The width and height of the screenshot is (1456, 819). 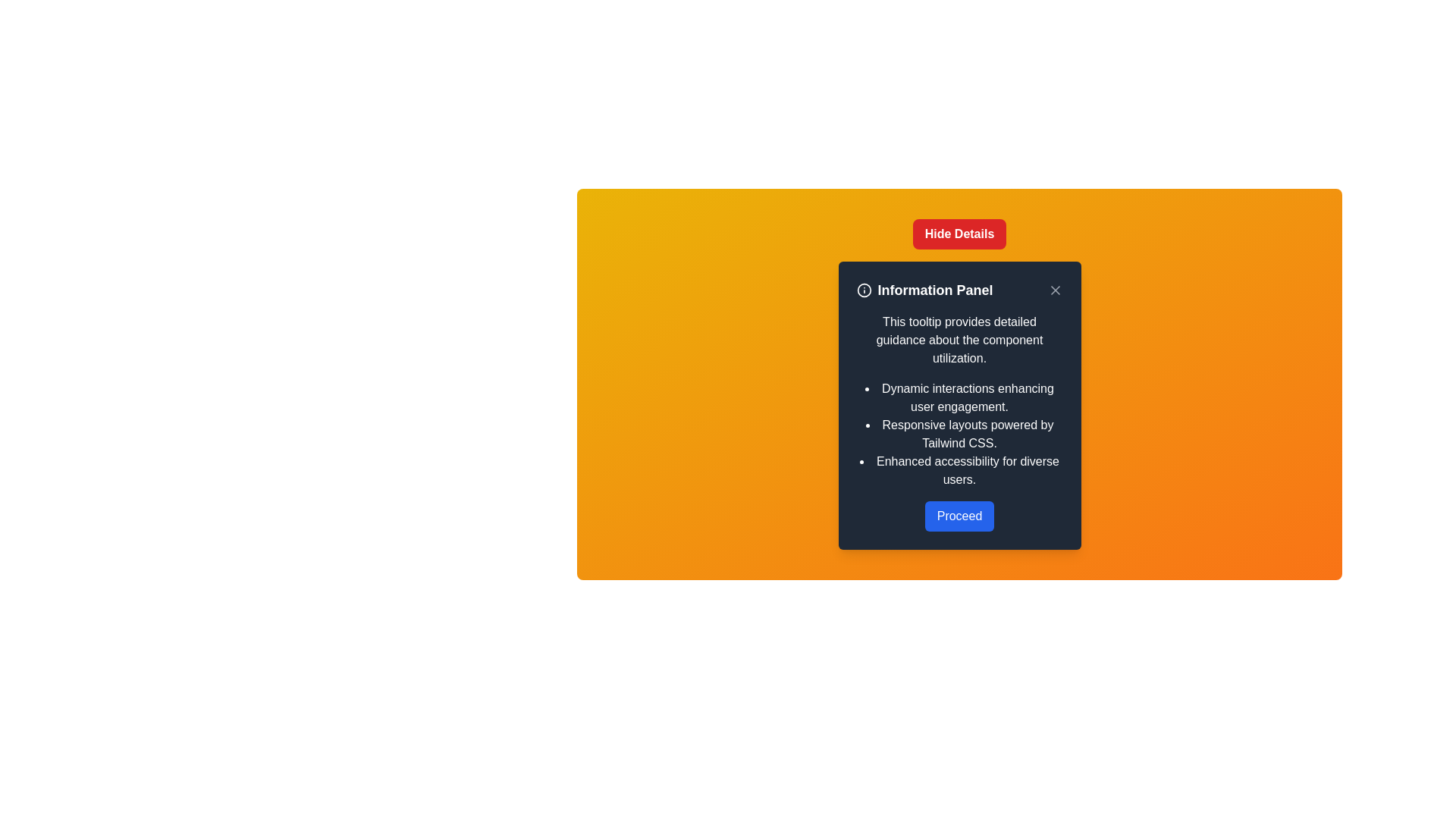 I want to click on the title Text Label of the dialog box, which is positioned below the 'Hide Details' button and serves to indicate the panel's purpose, so click(x=924, y=290).